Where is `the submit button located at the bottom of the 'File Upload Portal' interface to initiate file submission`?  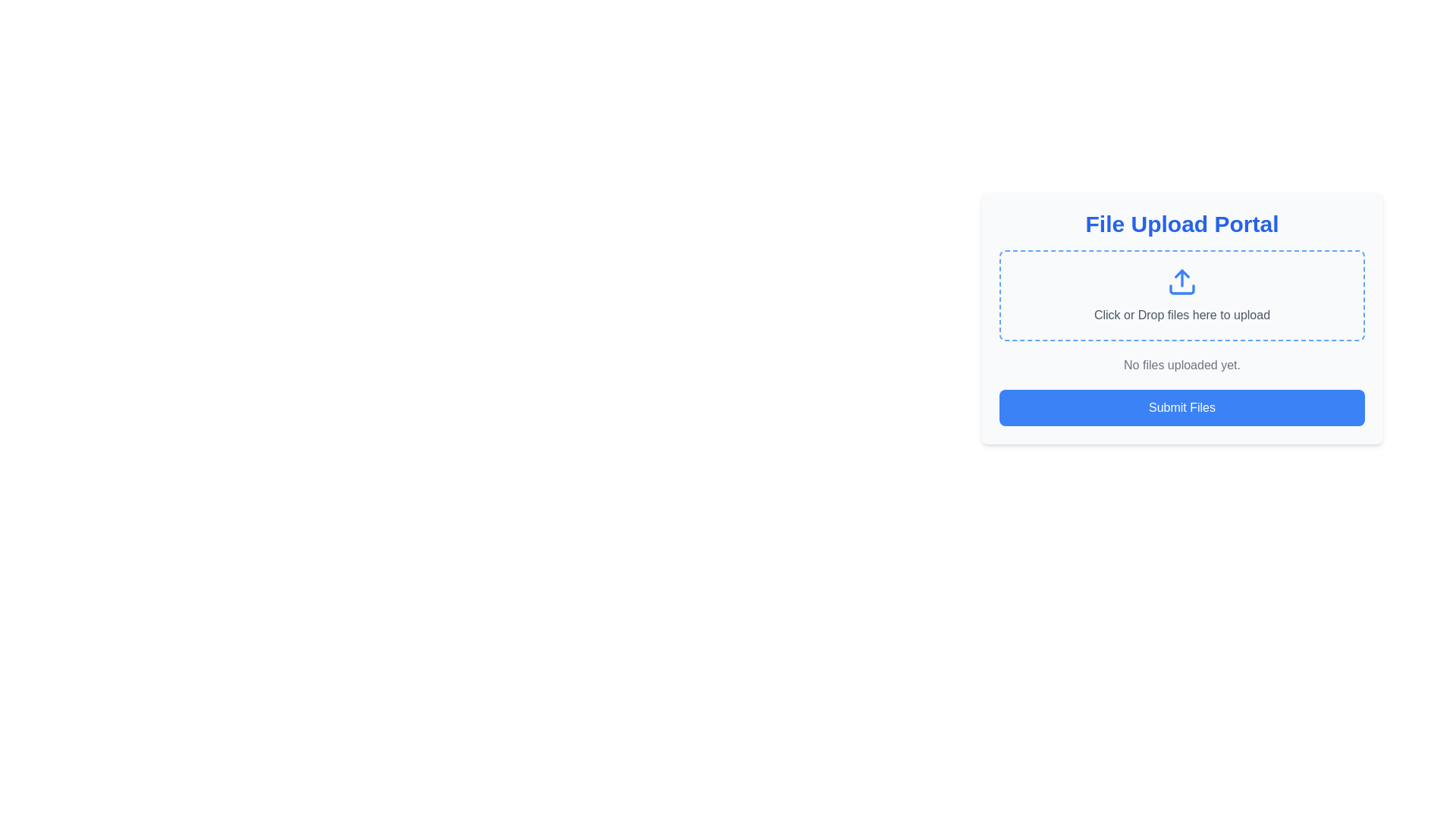 the submit button located at the bottom of the 'File Upload Portal' interface to initiate file submission is located at coordinates (1181, 406).